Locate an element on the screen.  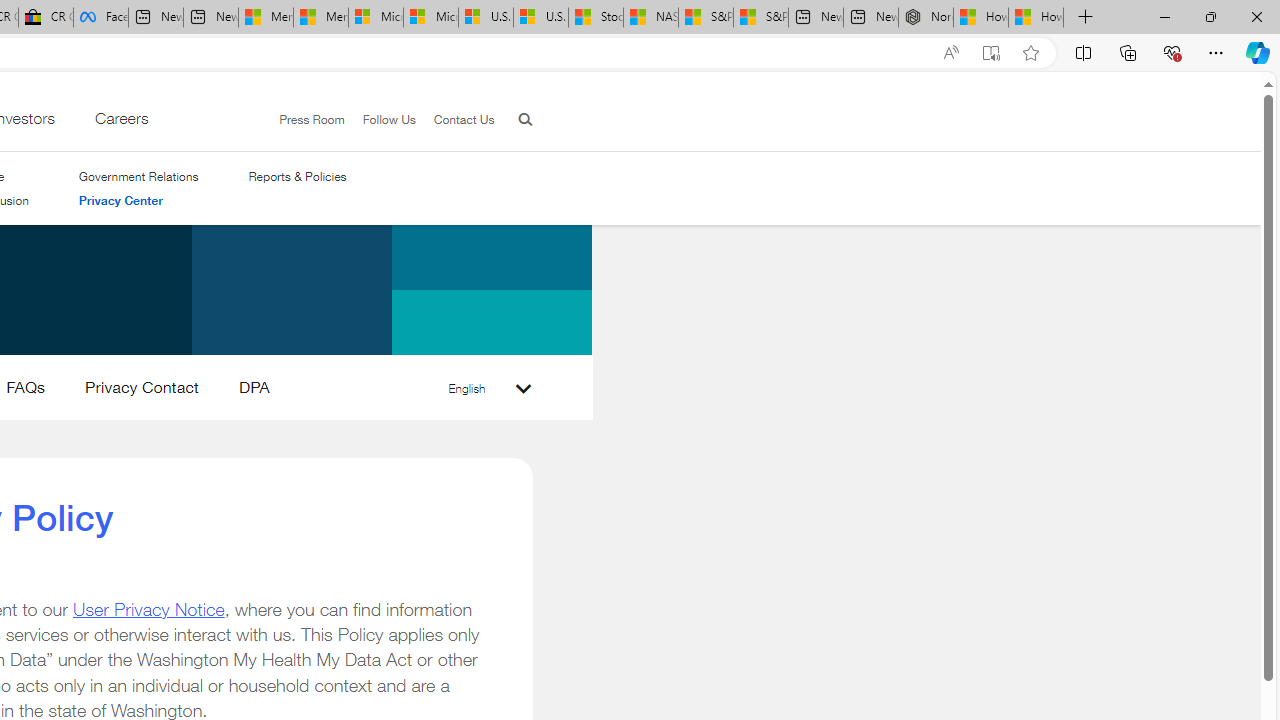
'Reports & Policies' is located at coordinates (296, 175).